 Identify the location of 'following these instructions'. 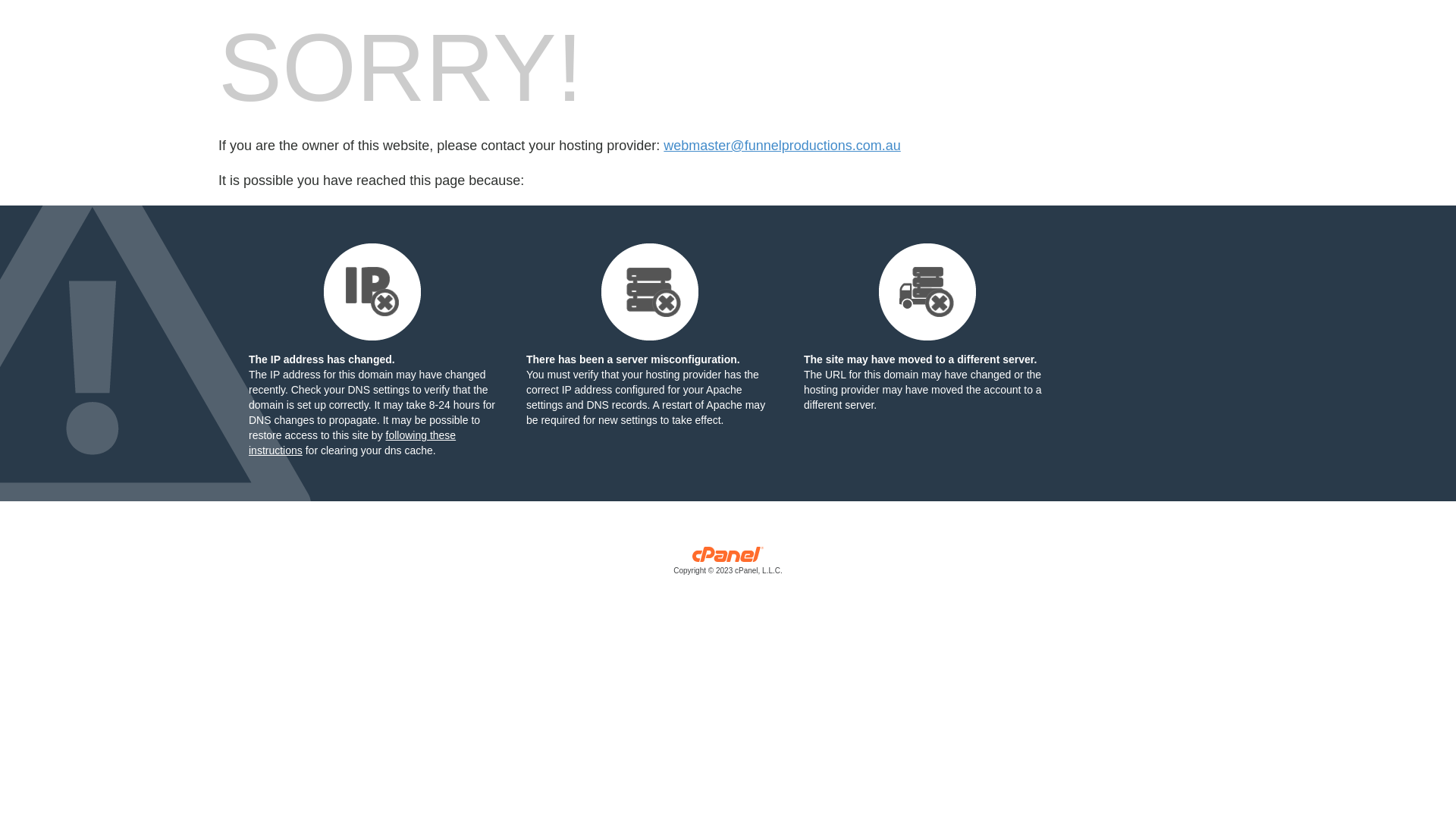
(351, 442).